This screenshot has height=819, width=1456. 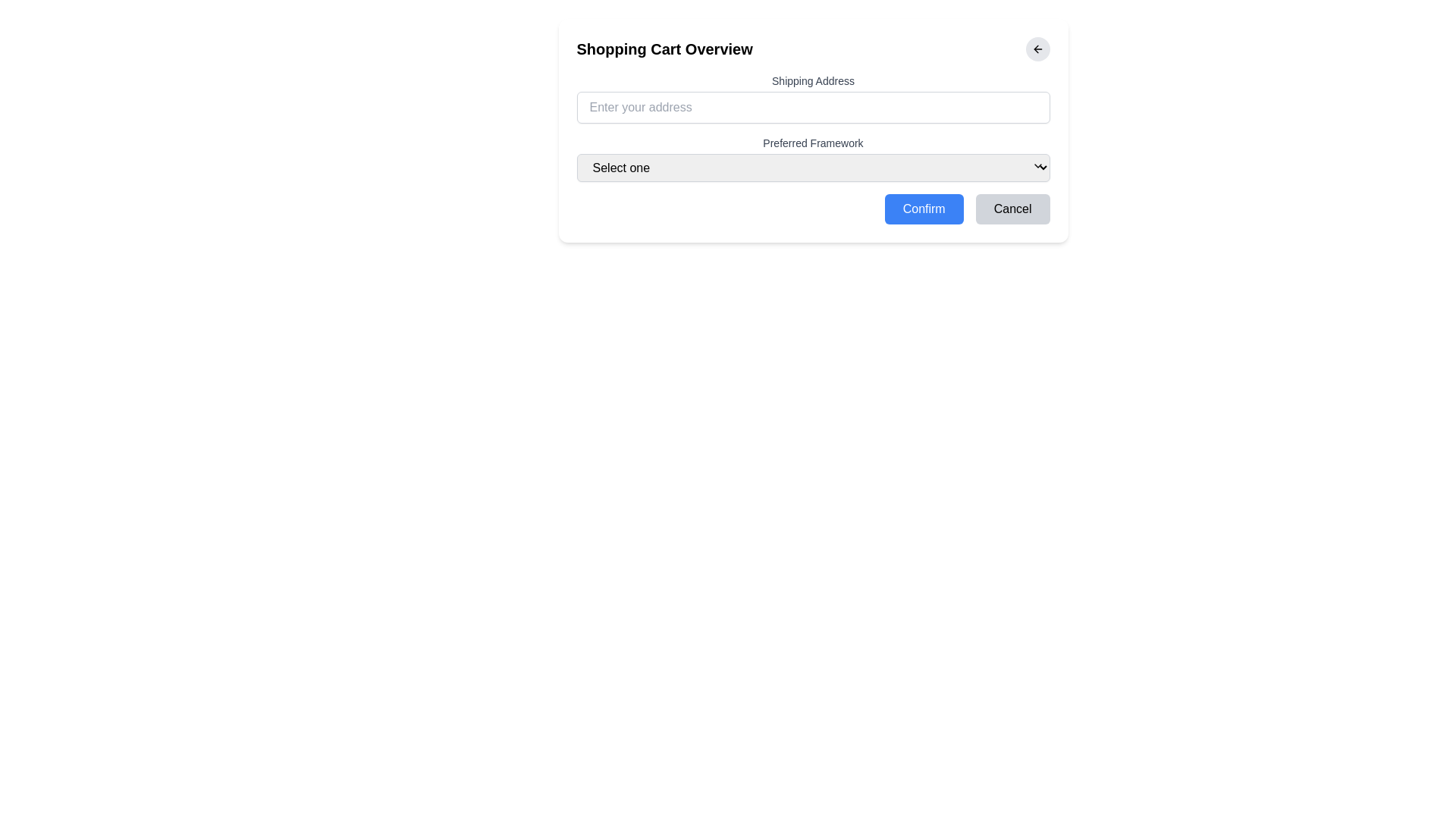 What do you see at coordinates (812, 158) in the screenshot?
I see `the 'Preferred Framework' dropdown menu` at bounding box center [812, 158].